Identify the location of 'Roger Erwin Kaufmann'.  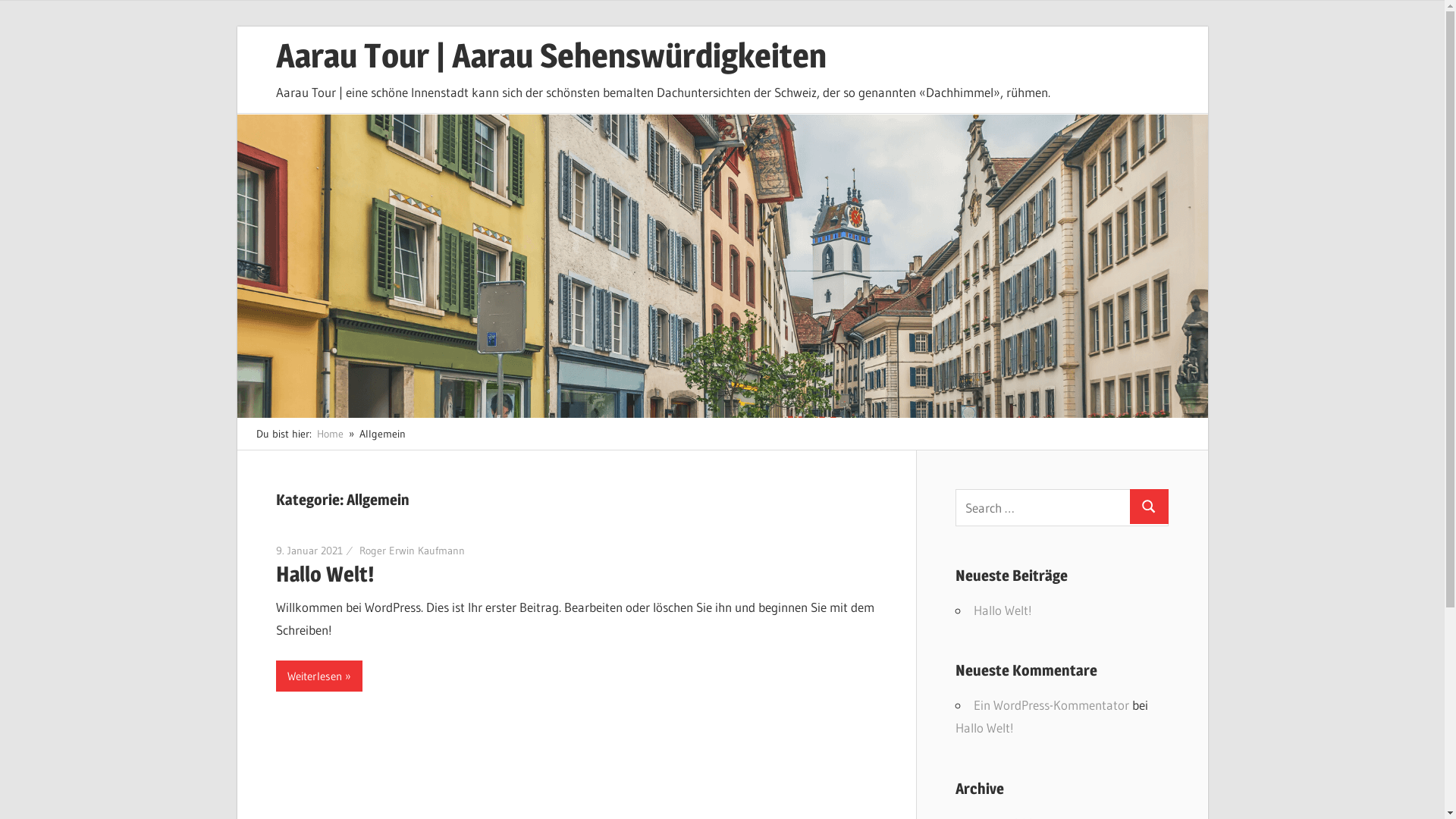
(412, 550).